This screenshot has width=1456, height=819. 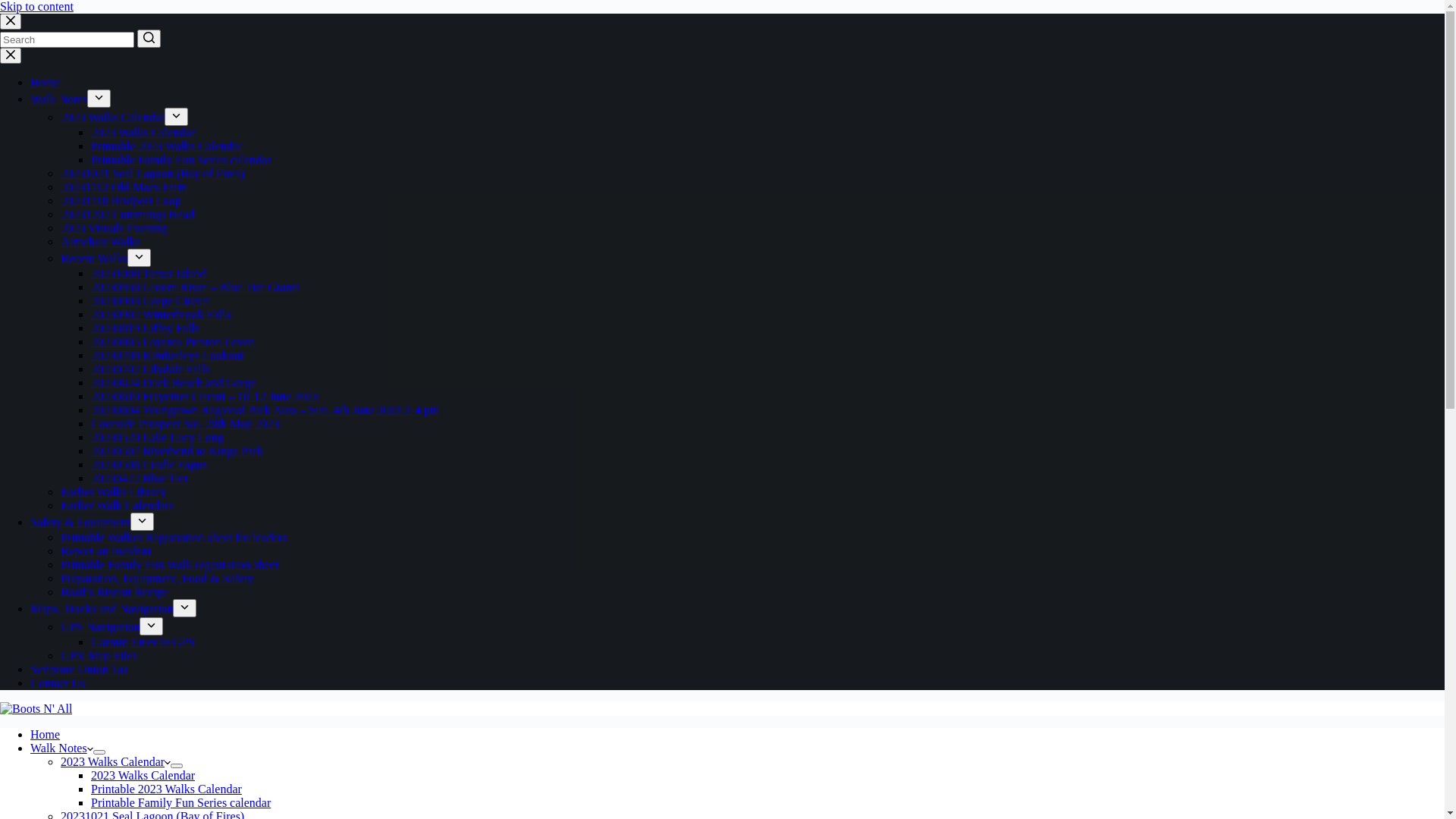 What do you see at coordinates (112, 491) in the screenshot?
I see `'Earlier Walks Library'` at bounding box center [112, 491].